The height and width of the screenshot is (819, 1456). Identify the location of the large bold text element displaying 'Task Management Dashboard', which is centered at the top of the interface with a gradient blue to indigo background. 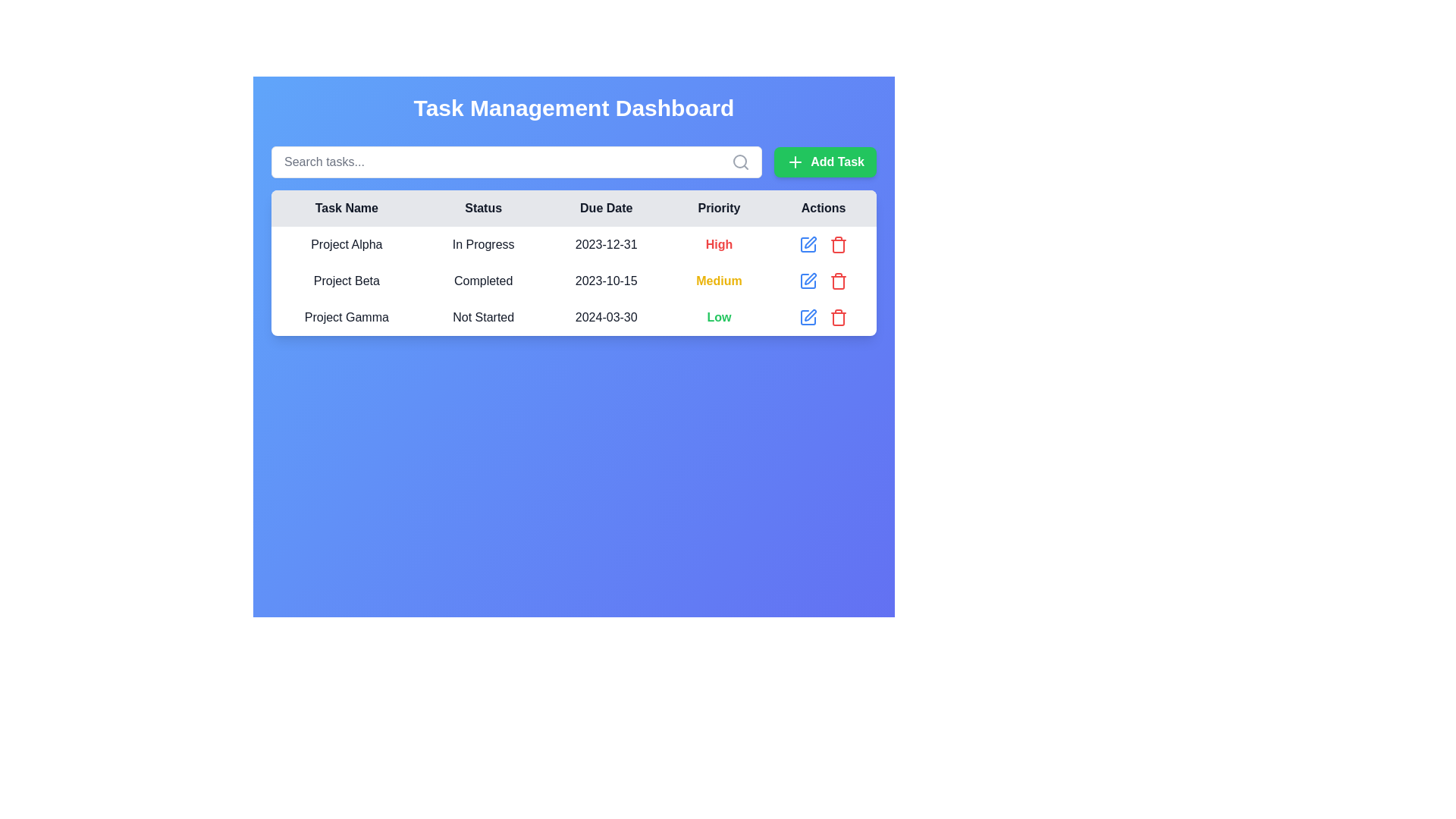
(573, 107).